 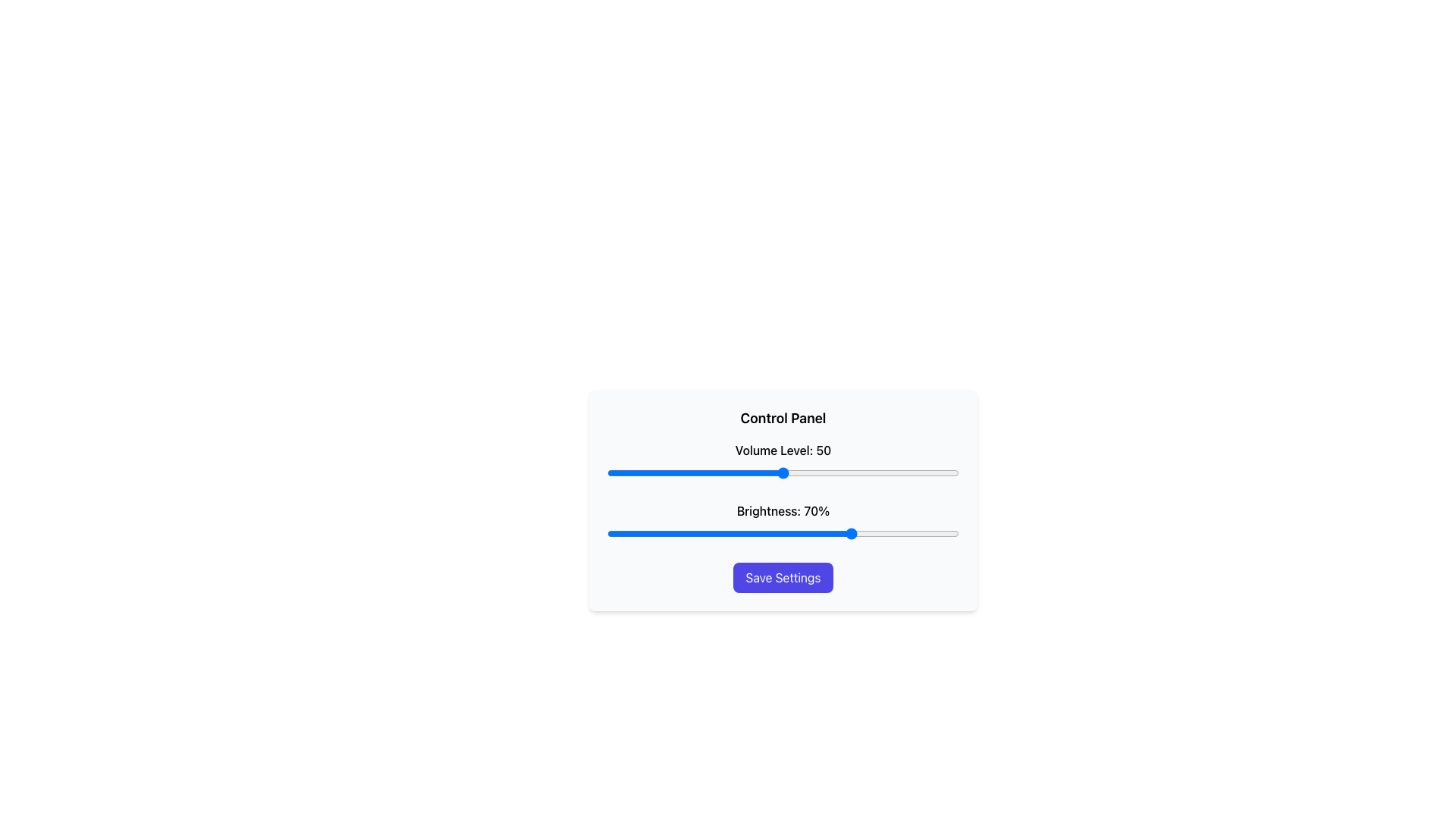 I want to click on brightness, so click(x=680, y=533).